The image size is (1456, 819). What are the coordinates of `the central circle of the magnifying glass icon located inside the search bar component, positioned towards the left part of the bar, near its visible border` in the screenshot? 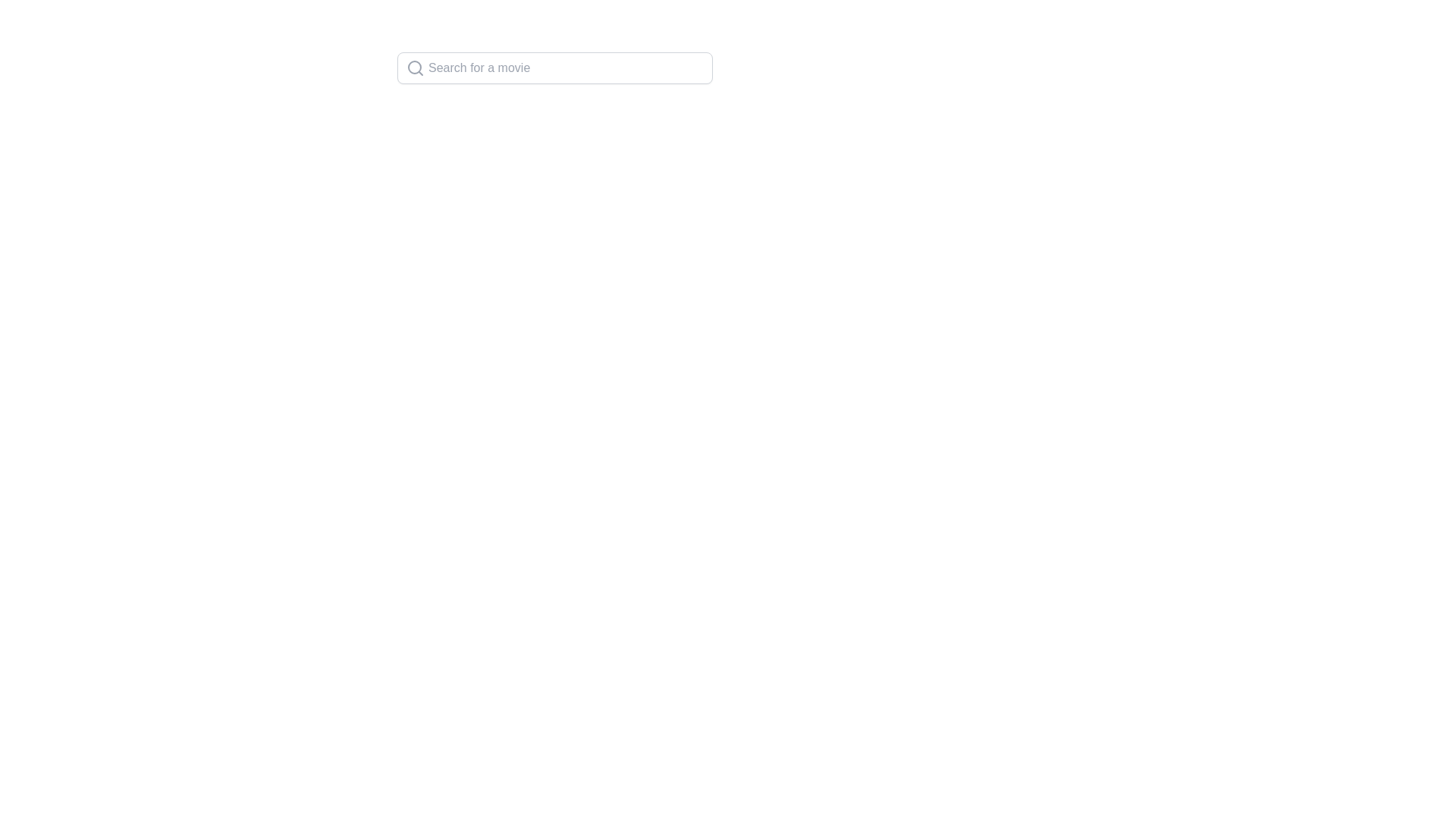 It's located at (415, 66).